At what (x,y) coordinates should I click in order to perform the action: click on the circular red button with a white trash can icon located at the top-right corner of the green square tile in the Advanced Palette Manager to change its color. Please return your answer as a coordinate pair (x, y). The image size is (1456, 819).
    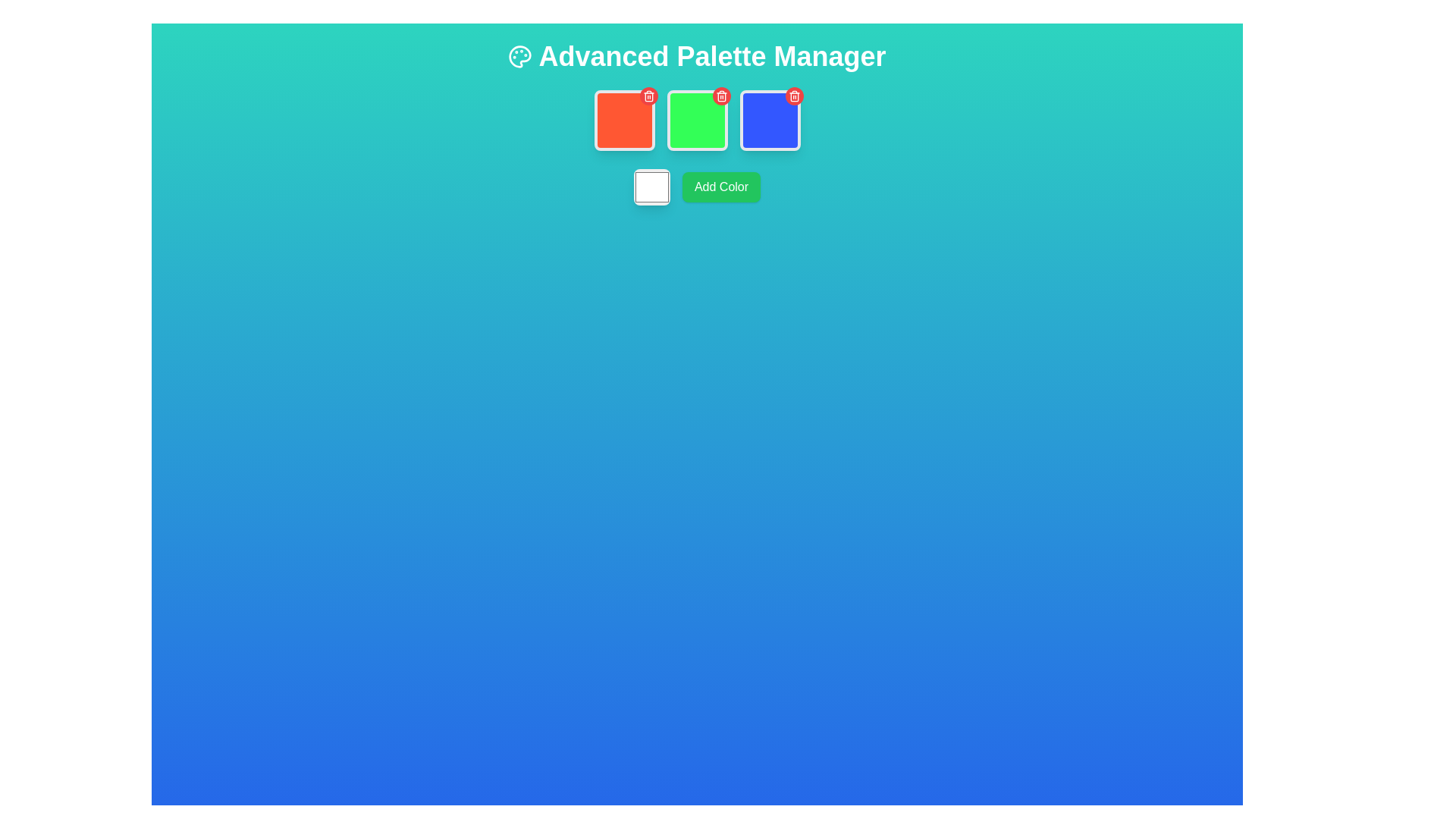
    Looking at the image, I should click on (720, 96).